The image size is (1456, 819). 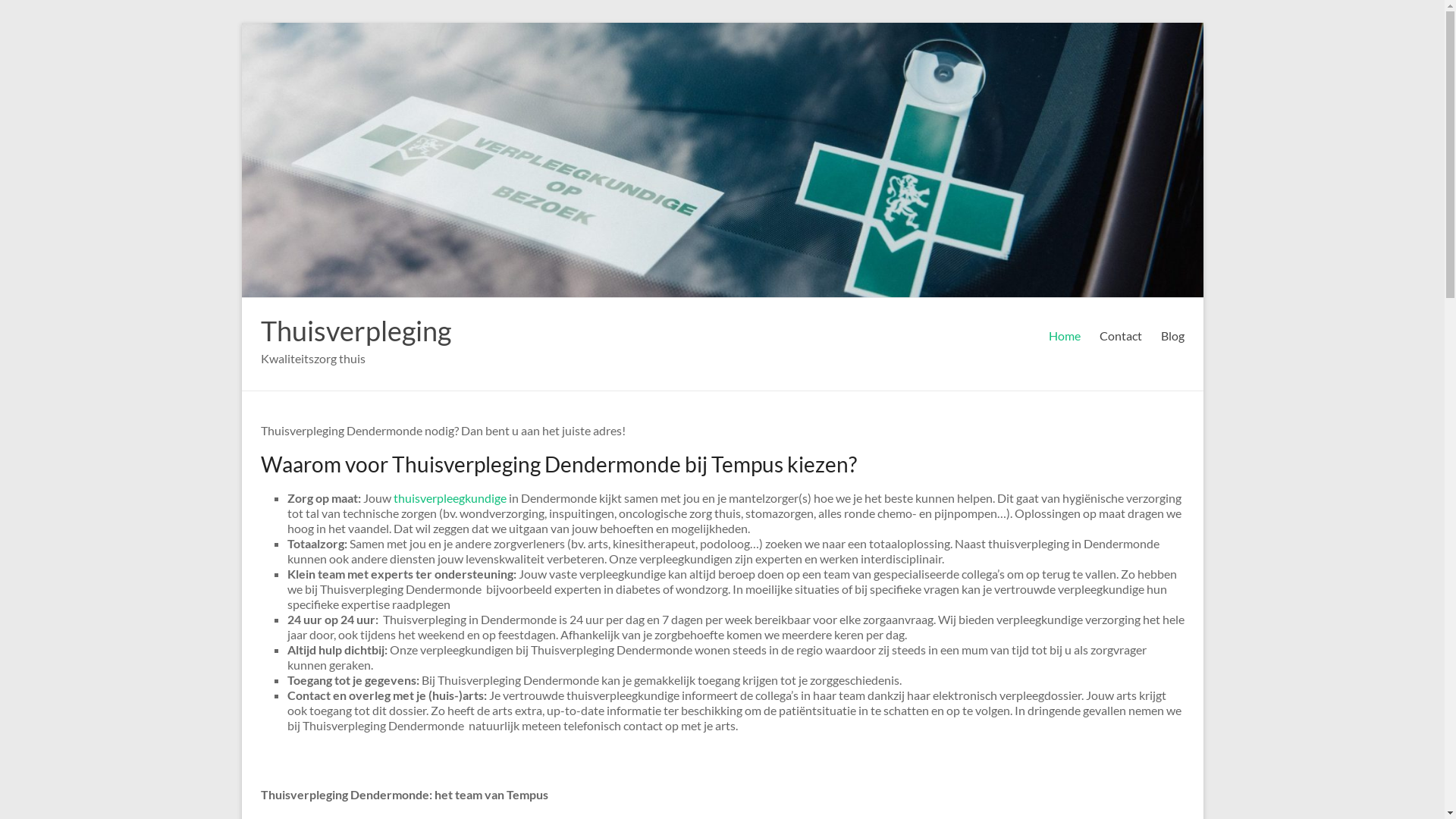 I want to click on 'Thuisverpleging', so click(x=355, y=329).